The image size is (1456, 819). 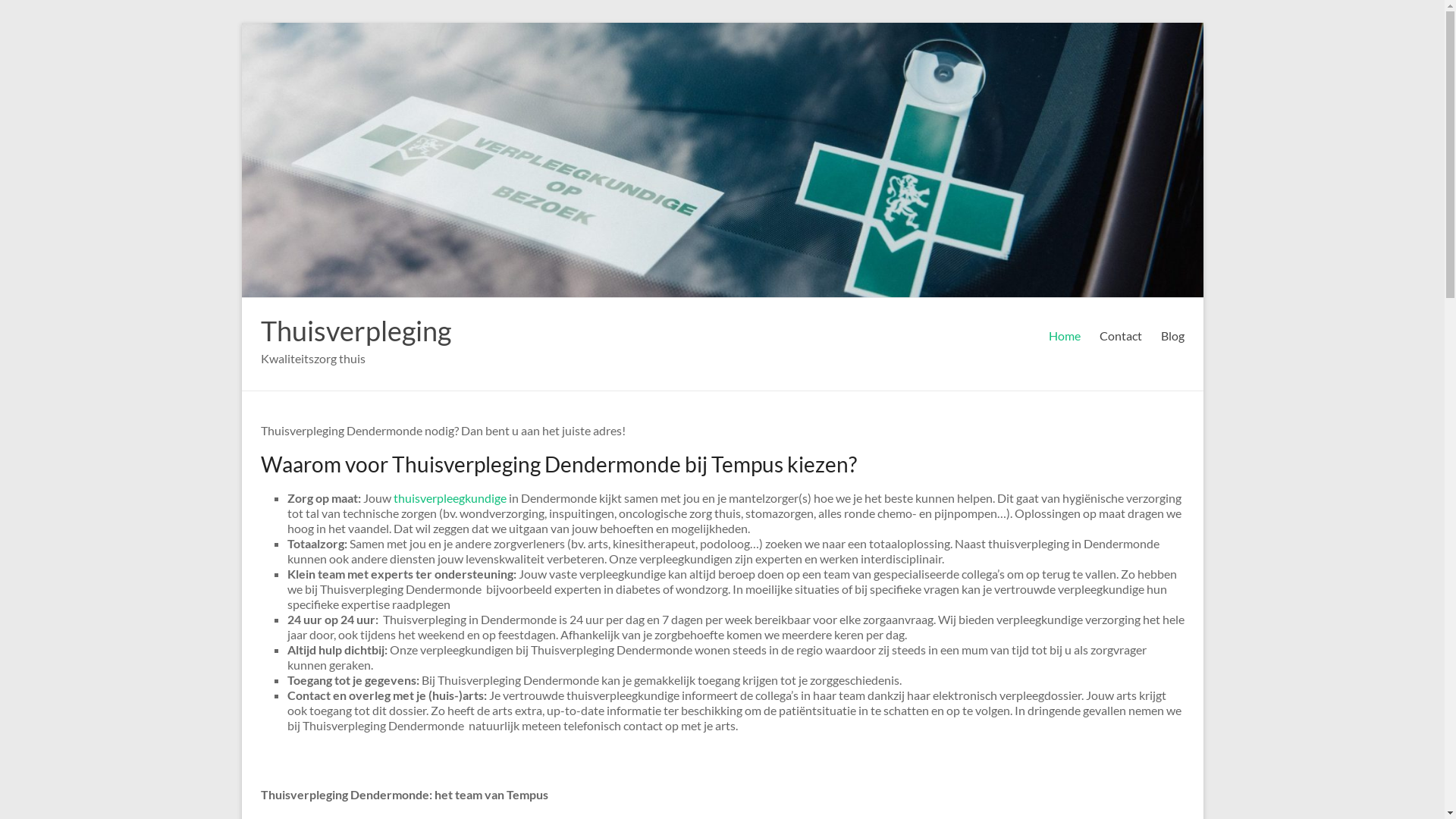 I want to click on 'Thuisverpleging', so click(x=355, y=329).